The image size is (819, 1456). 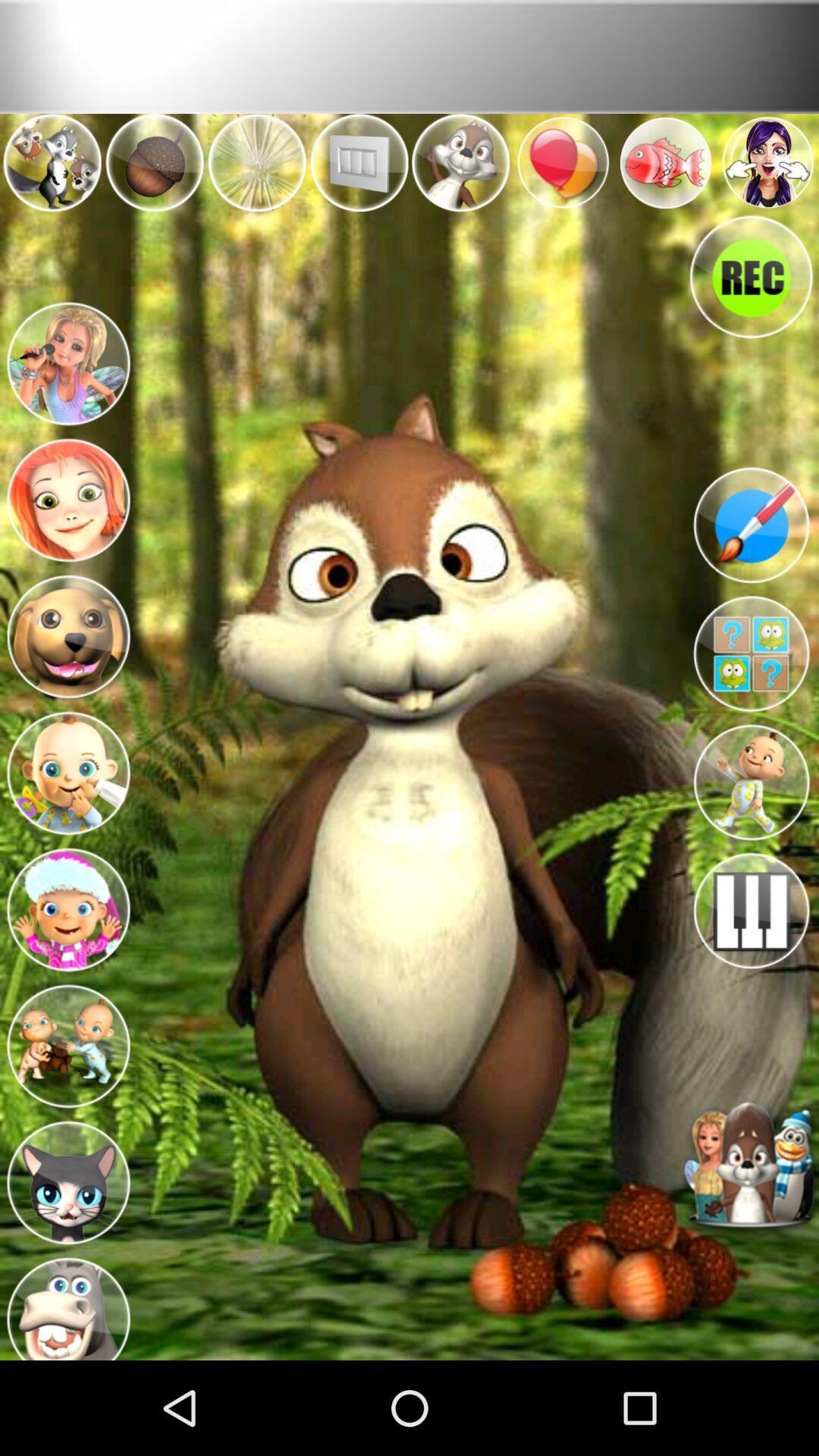 I want to click on the avatar icon, so click(x=751, y=836).